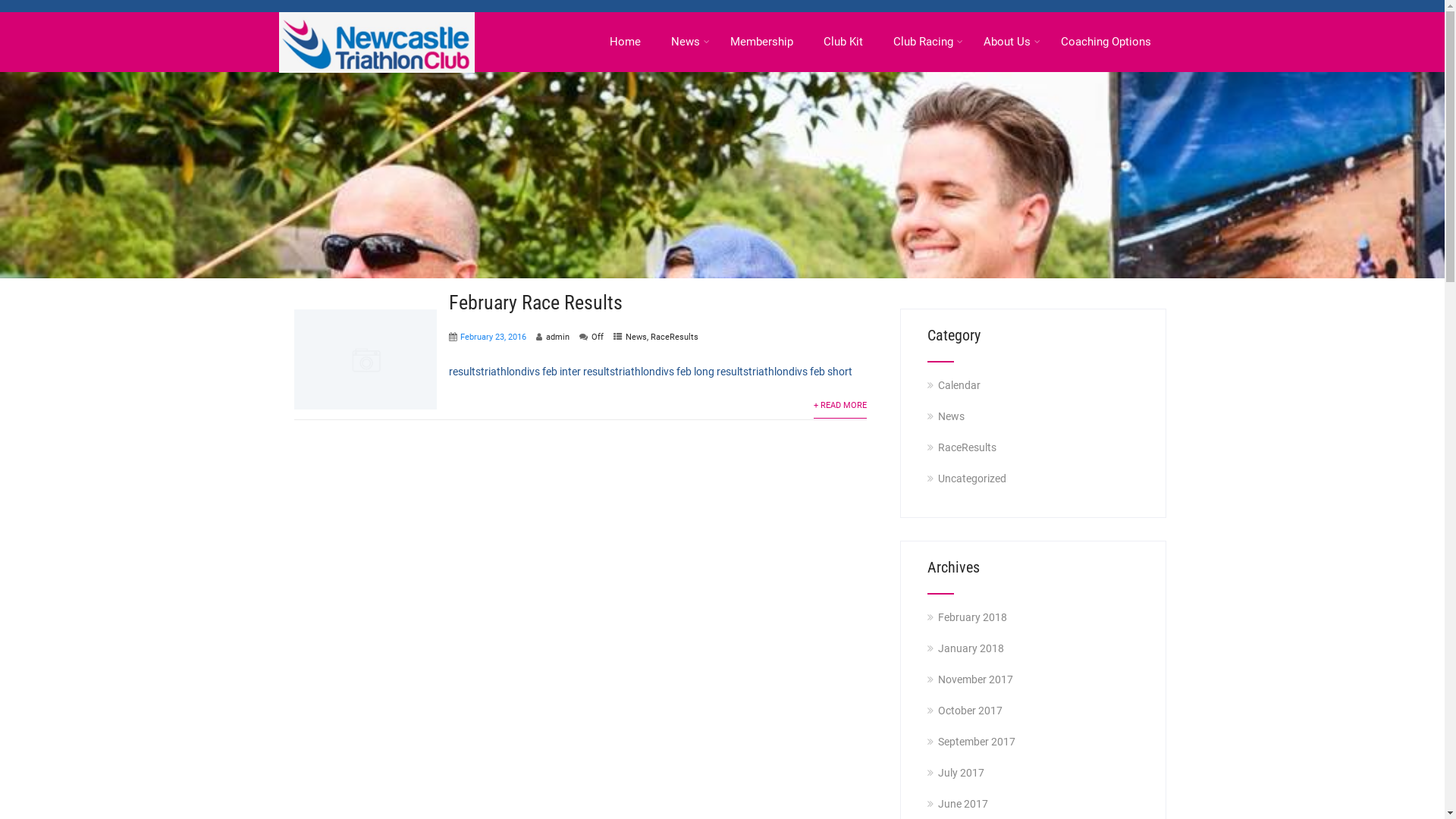  What do you see at coordinates (1006, 41) in the screenshot?
I see `'About Us'` at bounding box center [1006, 41].